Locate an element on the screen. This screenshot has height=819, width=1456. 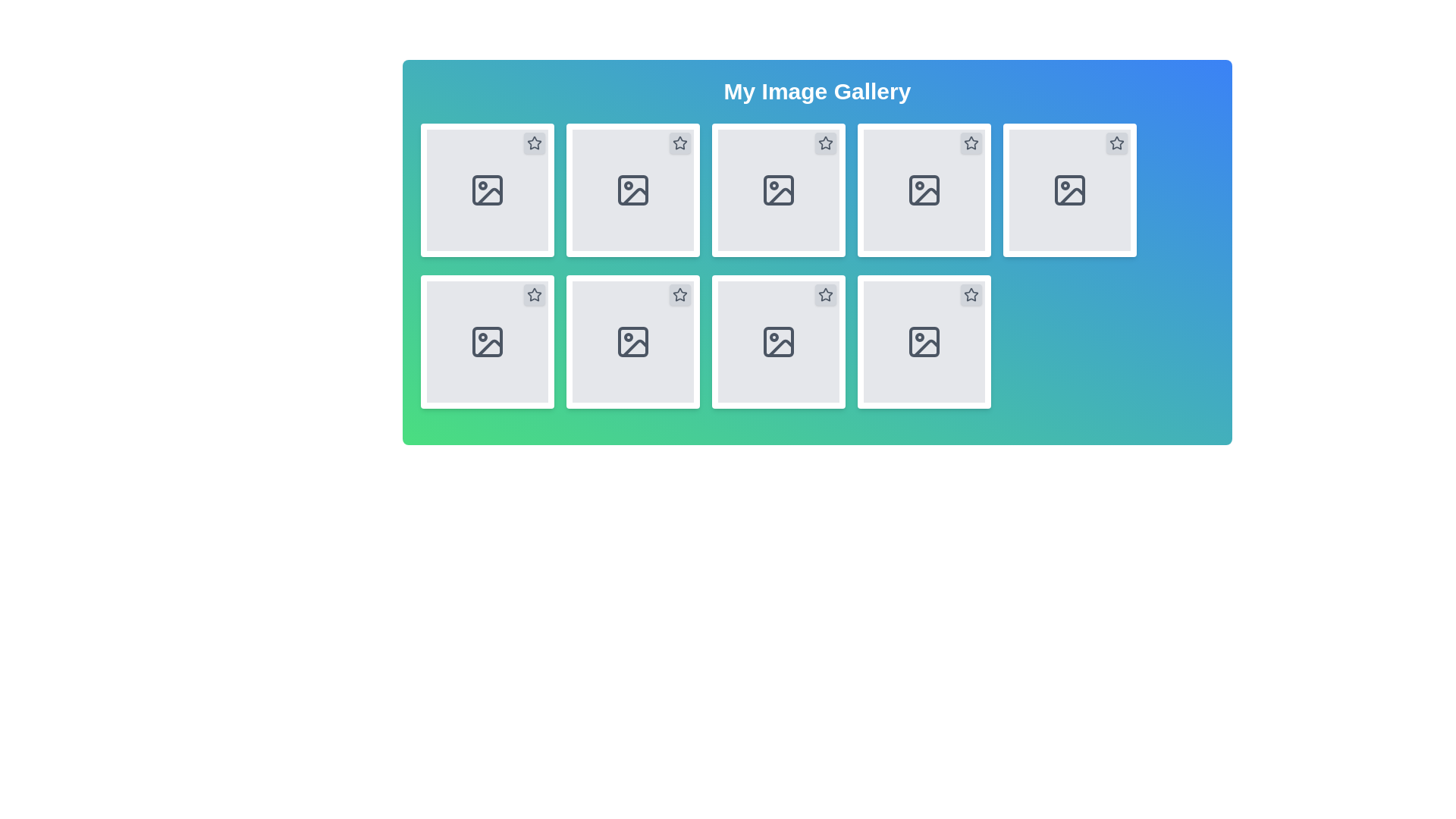
the outlined star icon located in the upper-right corner of the second tile in the first row of the grid layout is located at coordinates (679, 143).